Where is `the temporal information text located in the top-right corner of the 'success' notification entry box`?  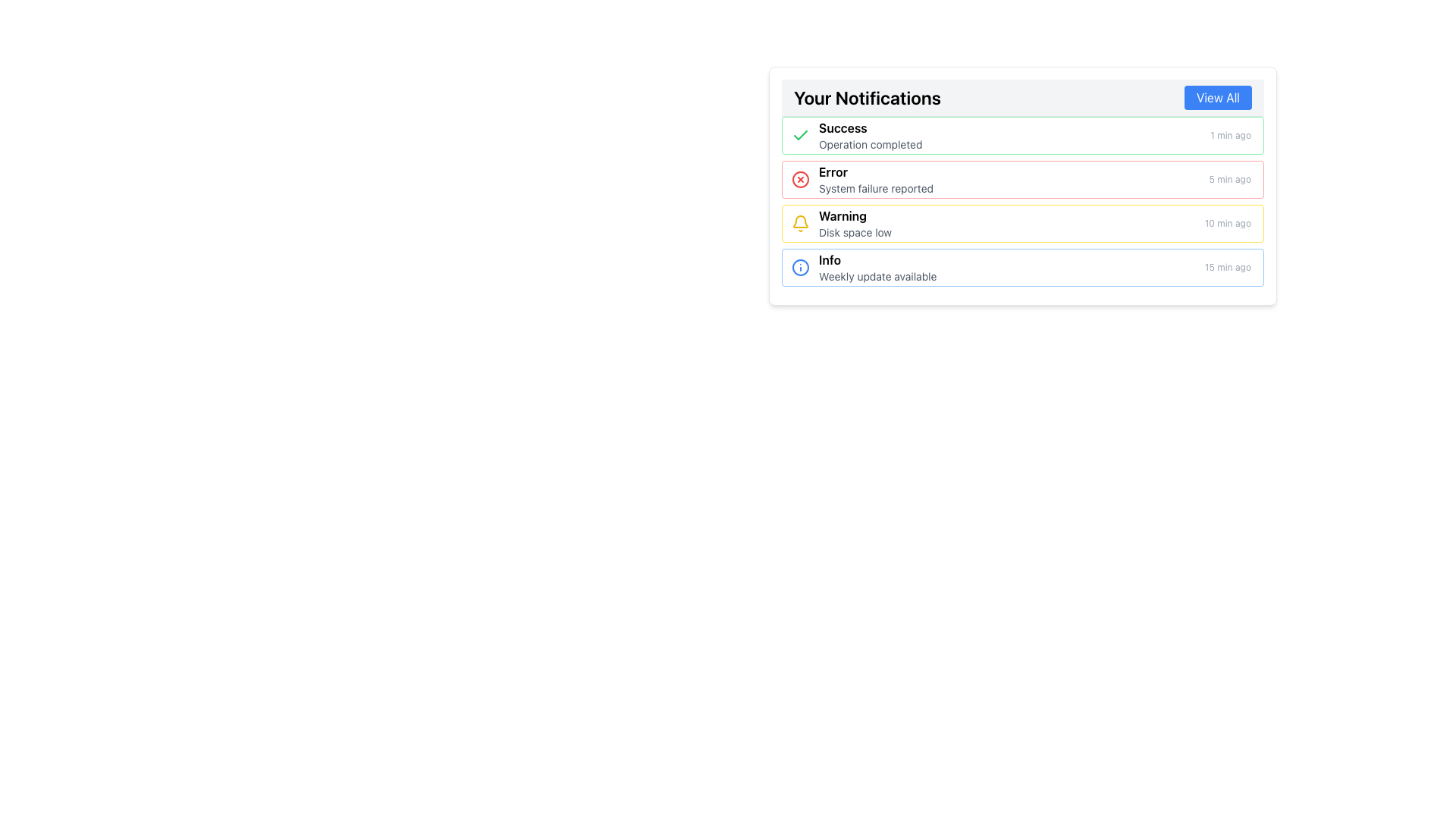 the temporal information text located in the top-right corner of the 'success' notification entry box is located at coordinates (1231, 134).